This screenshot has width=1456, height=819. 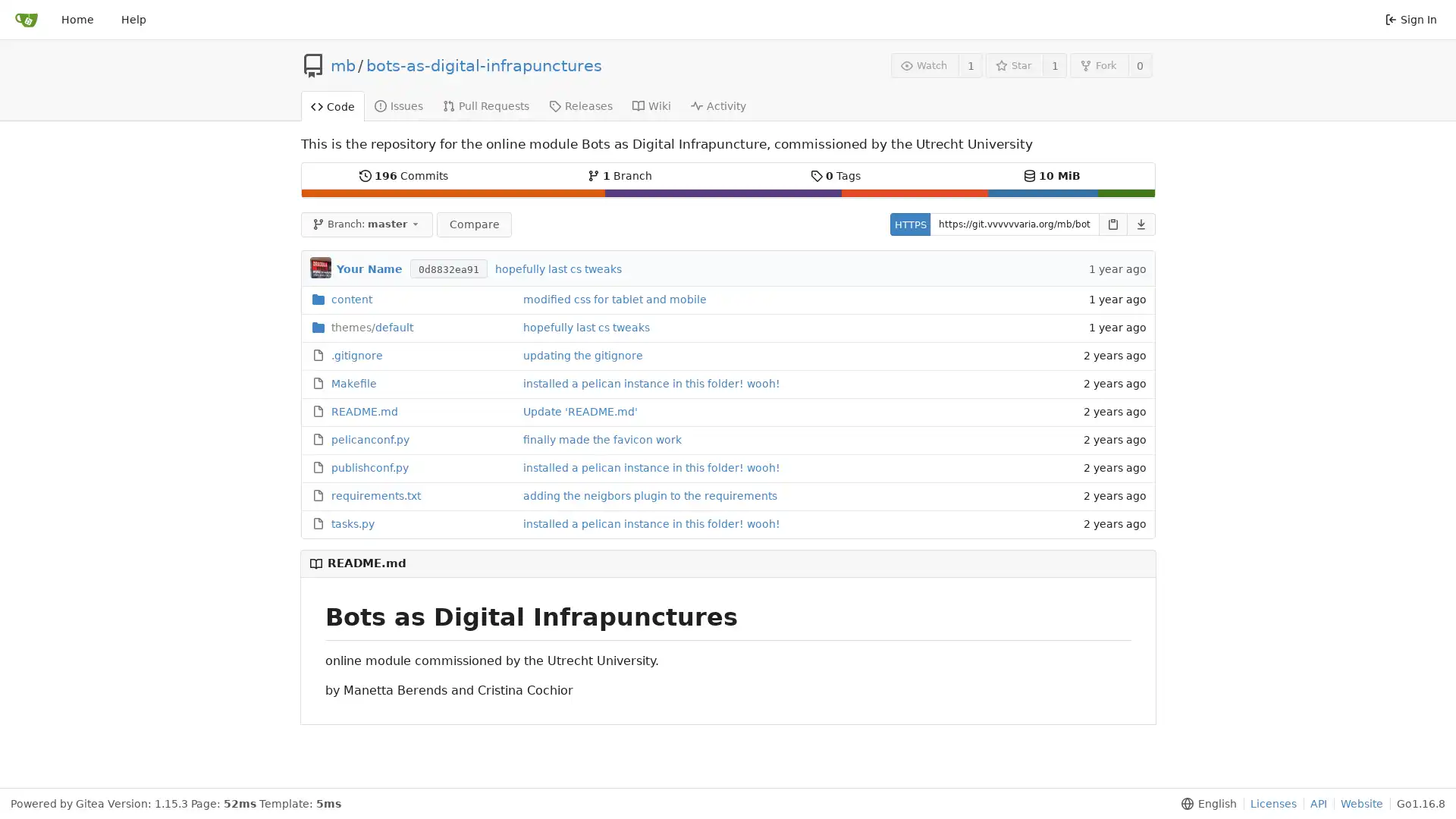 What do you see at coordinates (909, 224) in the screenshot?
I see `HTTPS` at bounding box center [909, 224].